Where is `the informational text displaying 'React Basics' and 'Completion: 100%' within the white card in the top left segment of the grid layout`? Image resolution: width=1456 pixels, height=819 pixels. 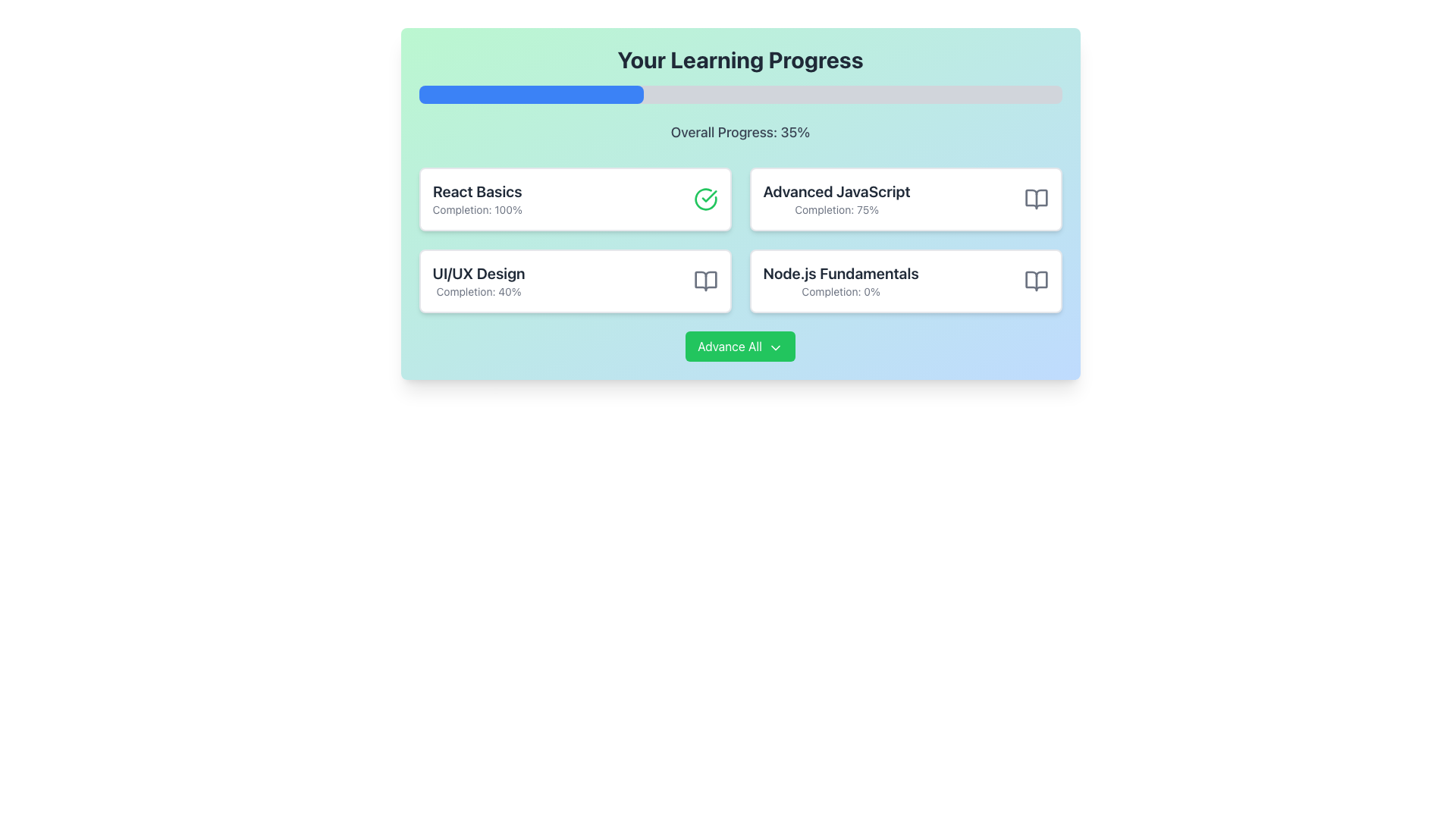 the informational text displaying 'React Basics' and 'Completion: 100%' within the white card in the top left segment of the grid layout is located at coordinates (476, 198).